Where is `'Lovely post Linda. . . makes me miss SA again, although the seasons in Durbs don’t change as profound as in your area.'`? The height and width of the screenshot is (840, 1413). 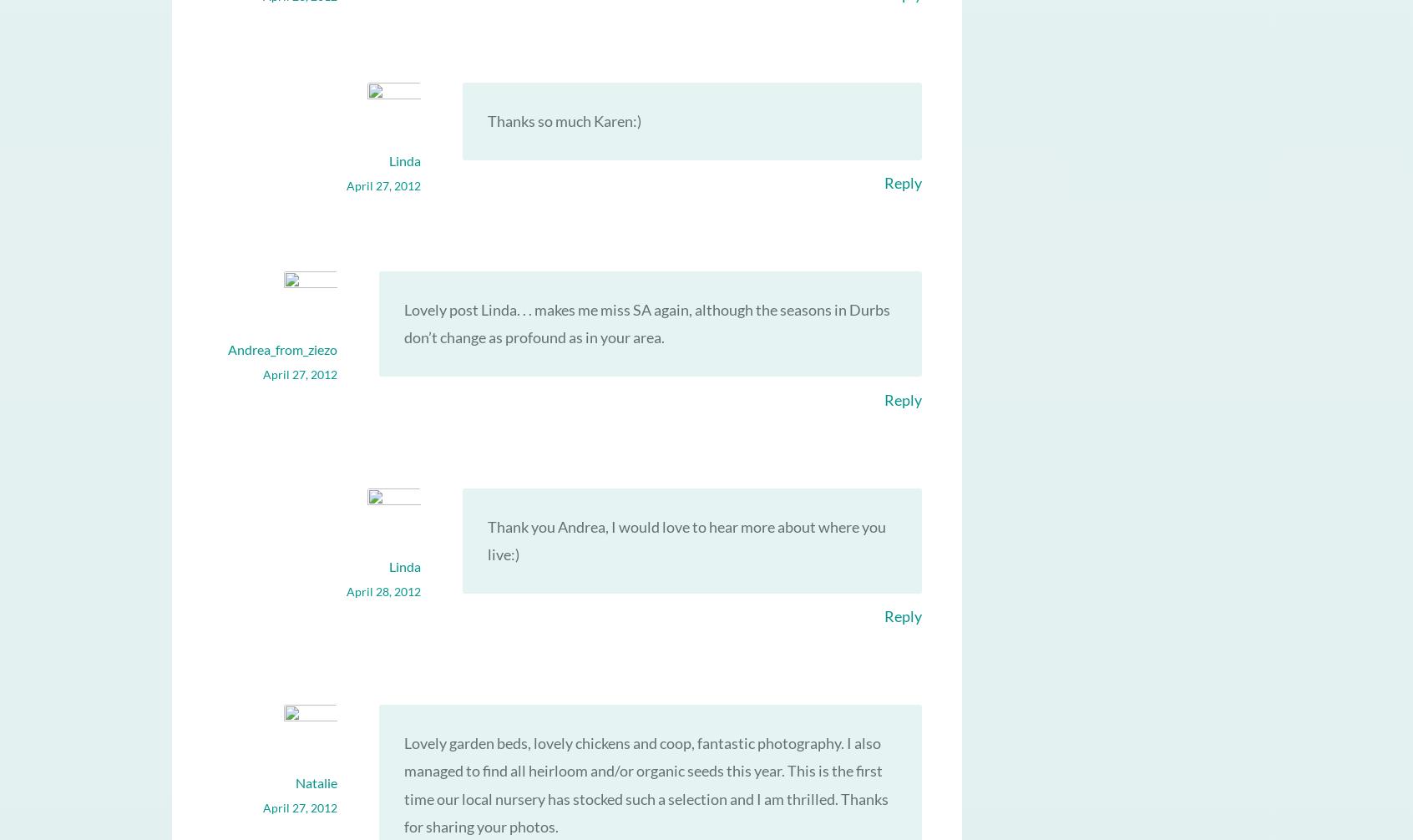
'Lovely post Linda. . . makes me miss SA again, although the seasons in Durbs don’t change as profound as in your area.' is located at coordinates (645, 322).